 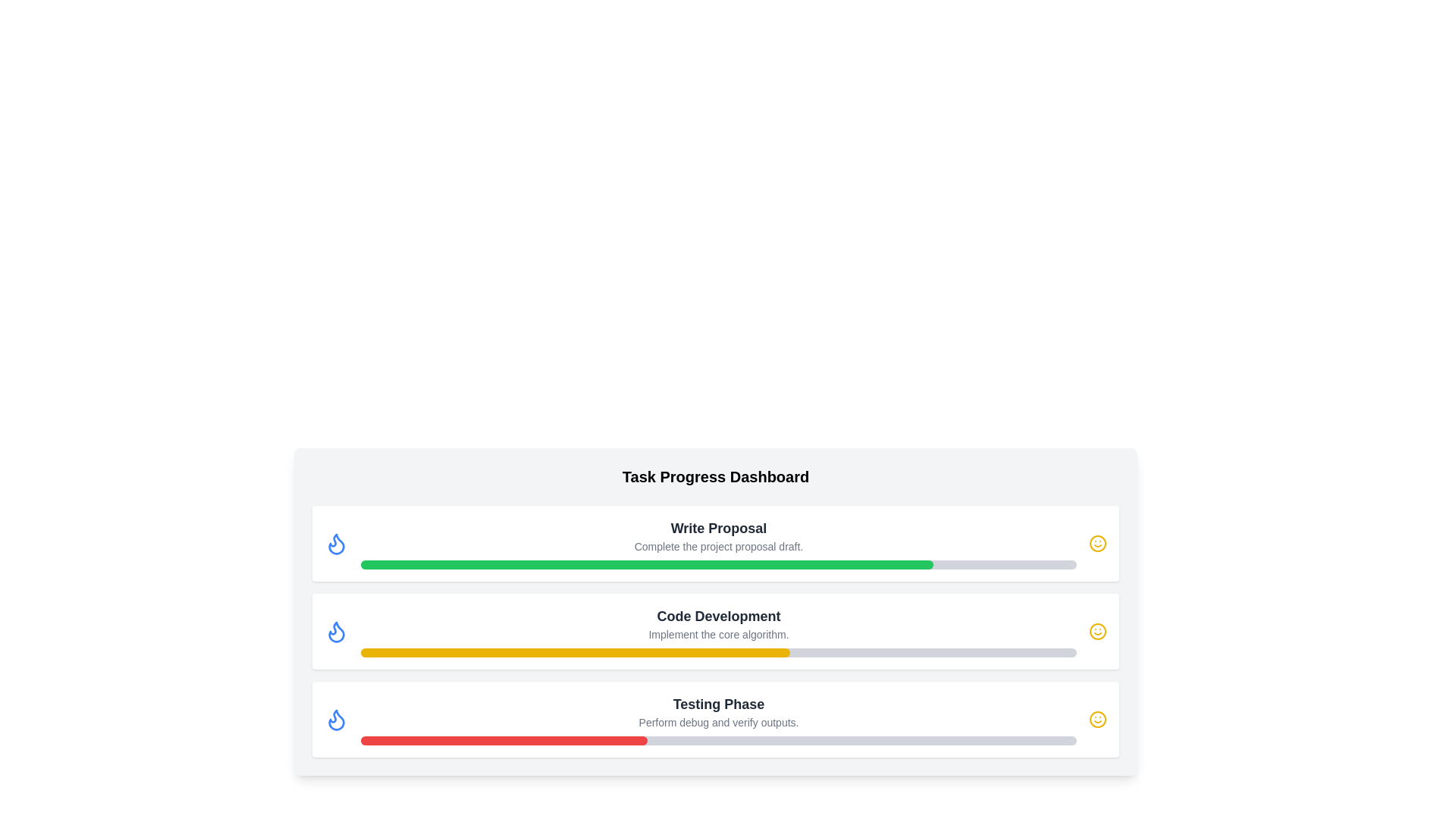 What do you see at coordinates (718, 651) in the screenshot?
I see `the progress bar representing the completion percentage of the 'Code Development' task, located in the second task card of the task list` at bounding box center [718, 651].